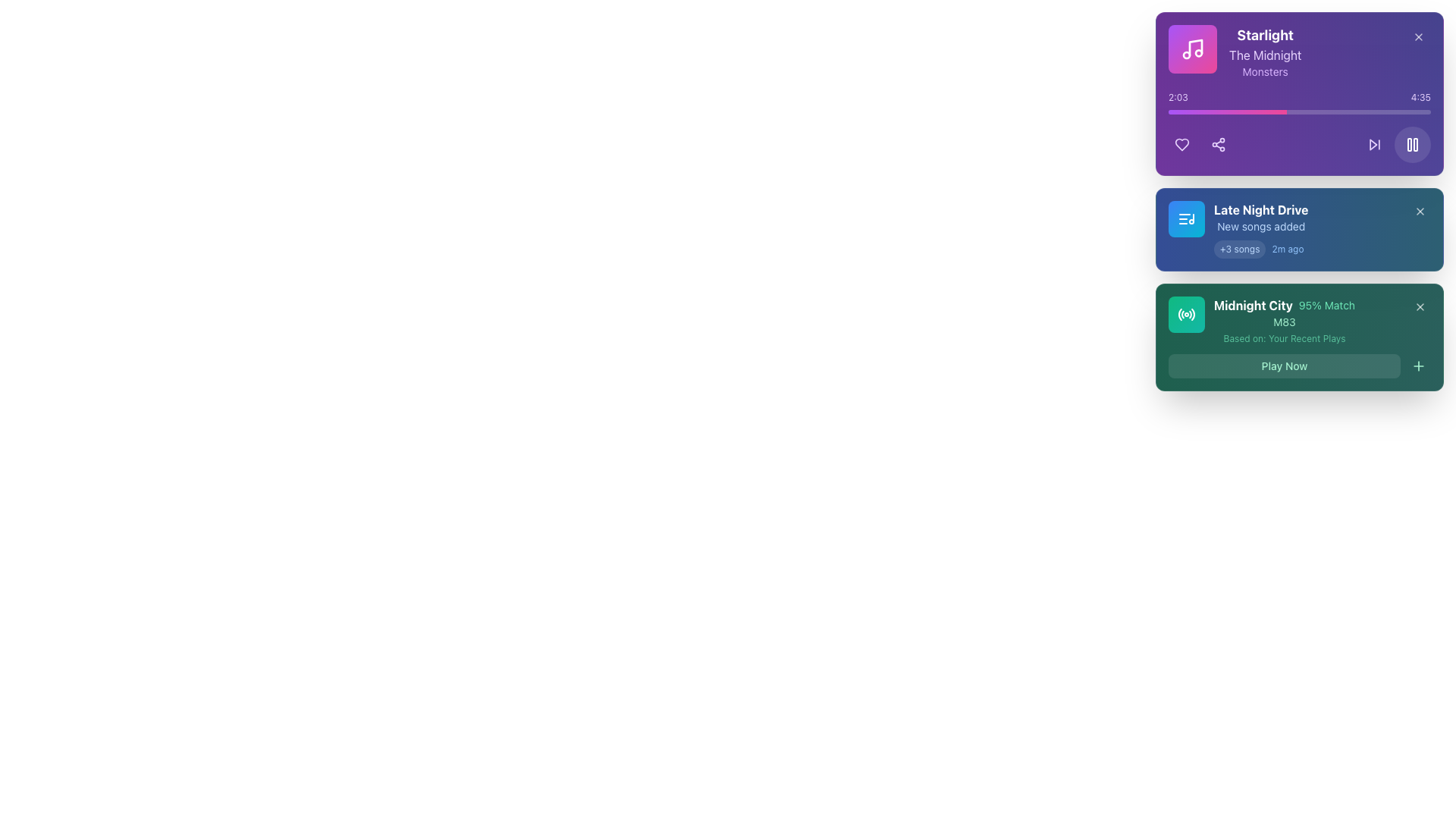 The width and height of the screenshot is (1456, 819). What do you see at coordinates (1420, 97) in the screenshot?
I see `the text label displaying '4:35'` at bounding box center [1420, 97].